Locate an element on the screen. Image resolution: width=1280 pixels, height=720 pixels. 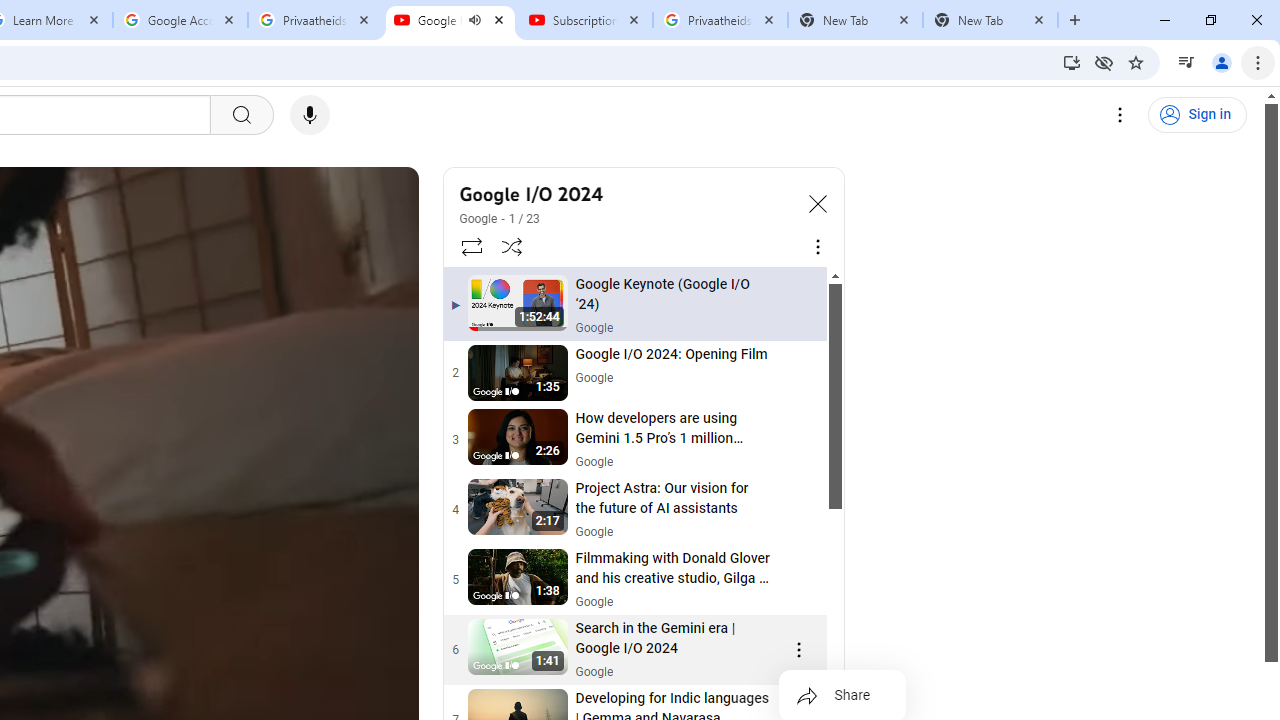
'Google Account' is located at coordinates (180, 20).